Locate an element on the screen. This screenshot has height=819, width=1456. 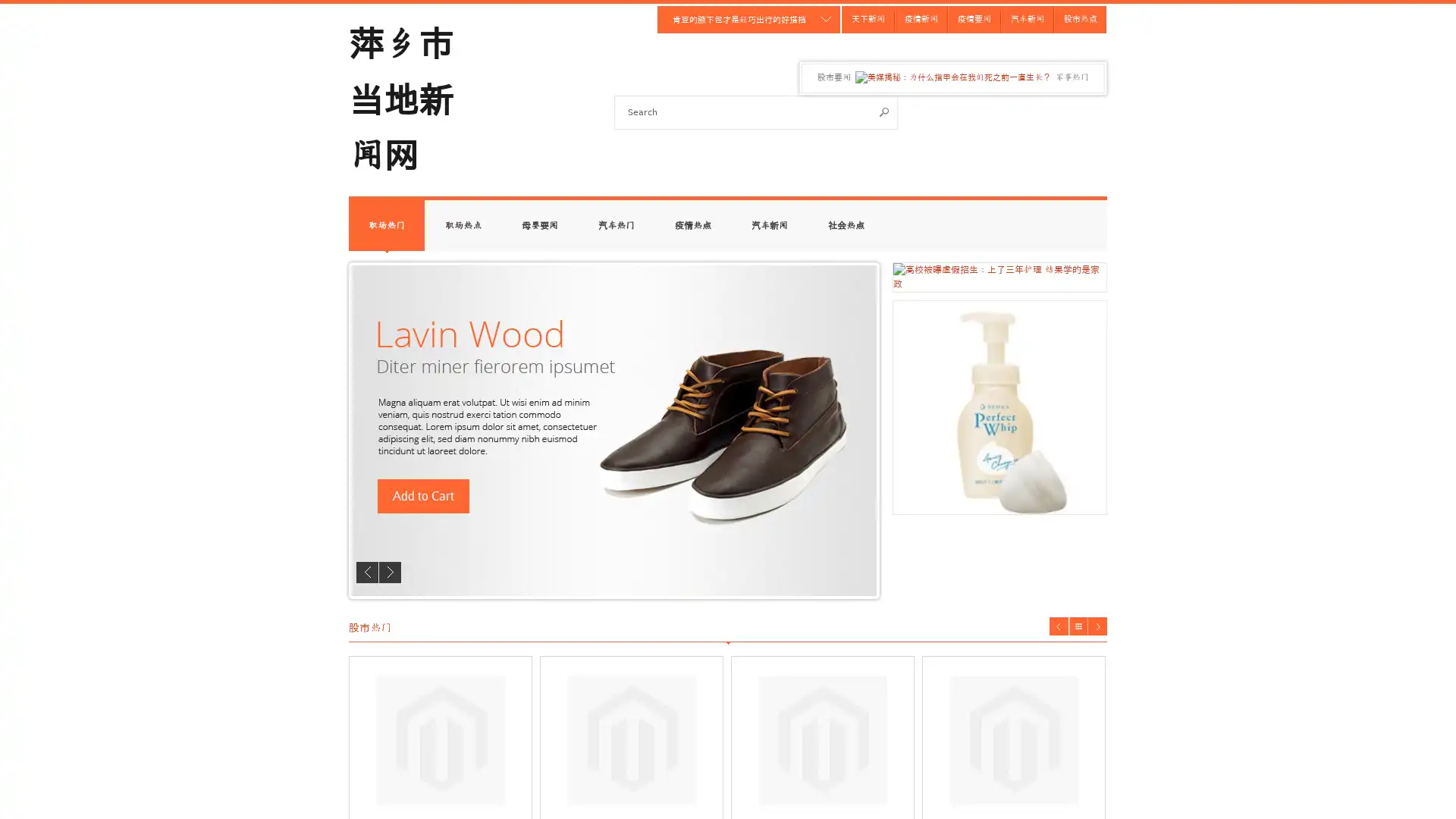
Search is located at coordinates (884, 111).